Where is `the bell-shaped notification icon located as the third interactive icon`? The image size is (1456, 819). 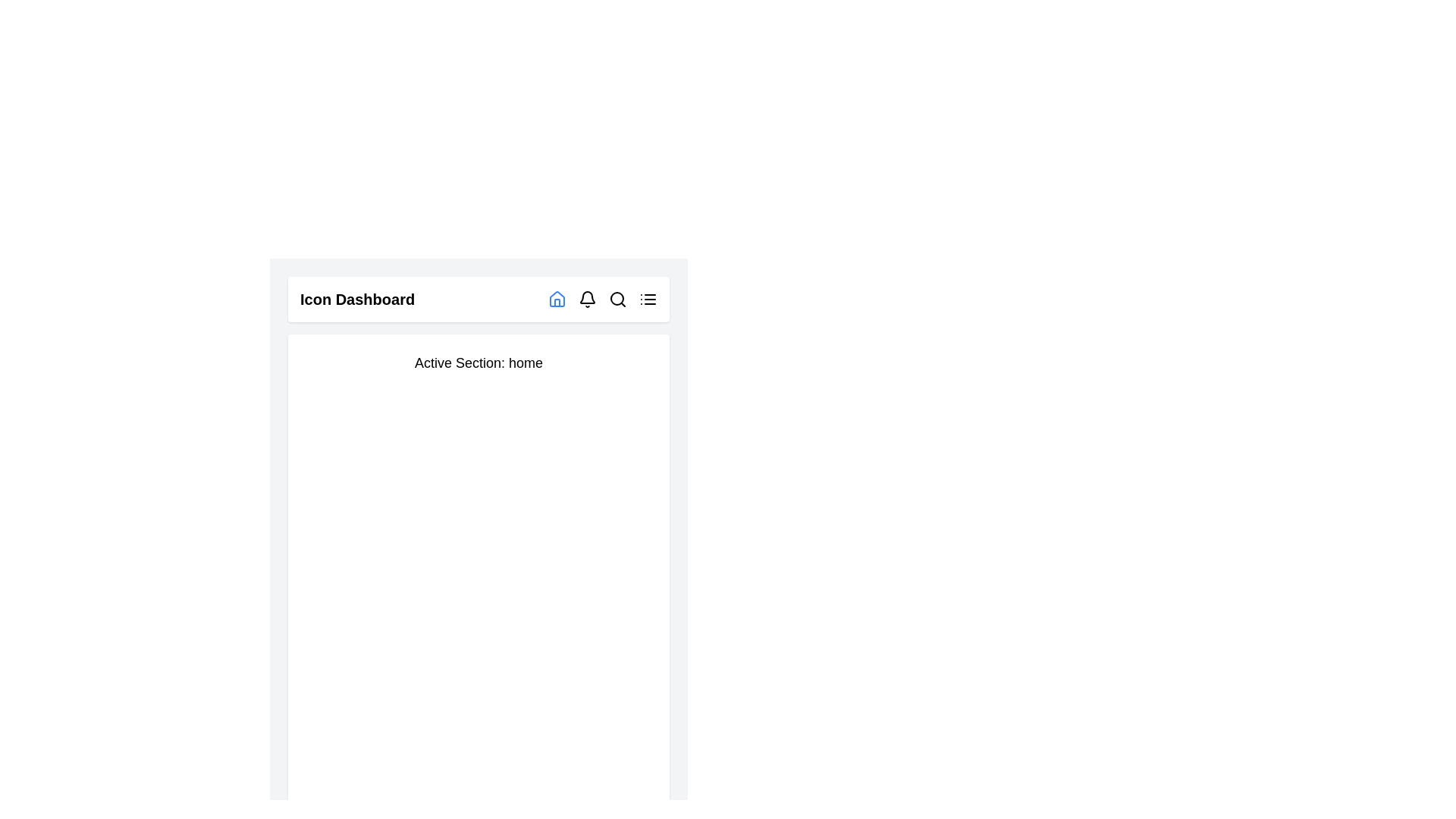
the bell-shaped notification icon located as the third interactive icon is located at coordinates (586, 299).